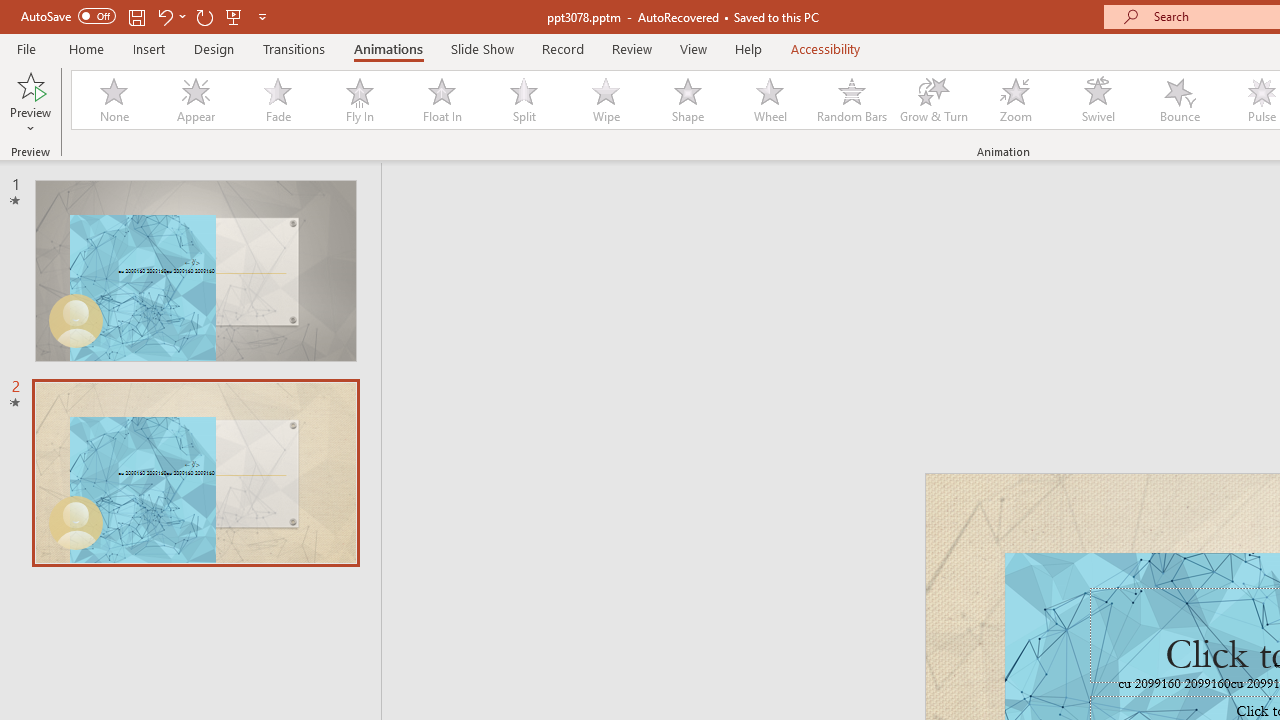 This screenshot has width=1280, height=720. What do you see at coordinates (359, 100) in the screenshot?
I see `'Fly In'` at bounding box center [359, 100].